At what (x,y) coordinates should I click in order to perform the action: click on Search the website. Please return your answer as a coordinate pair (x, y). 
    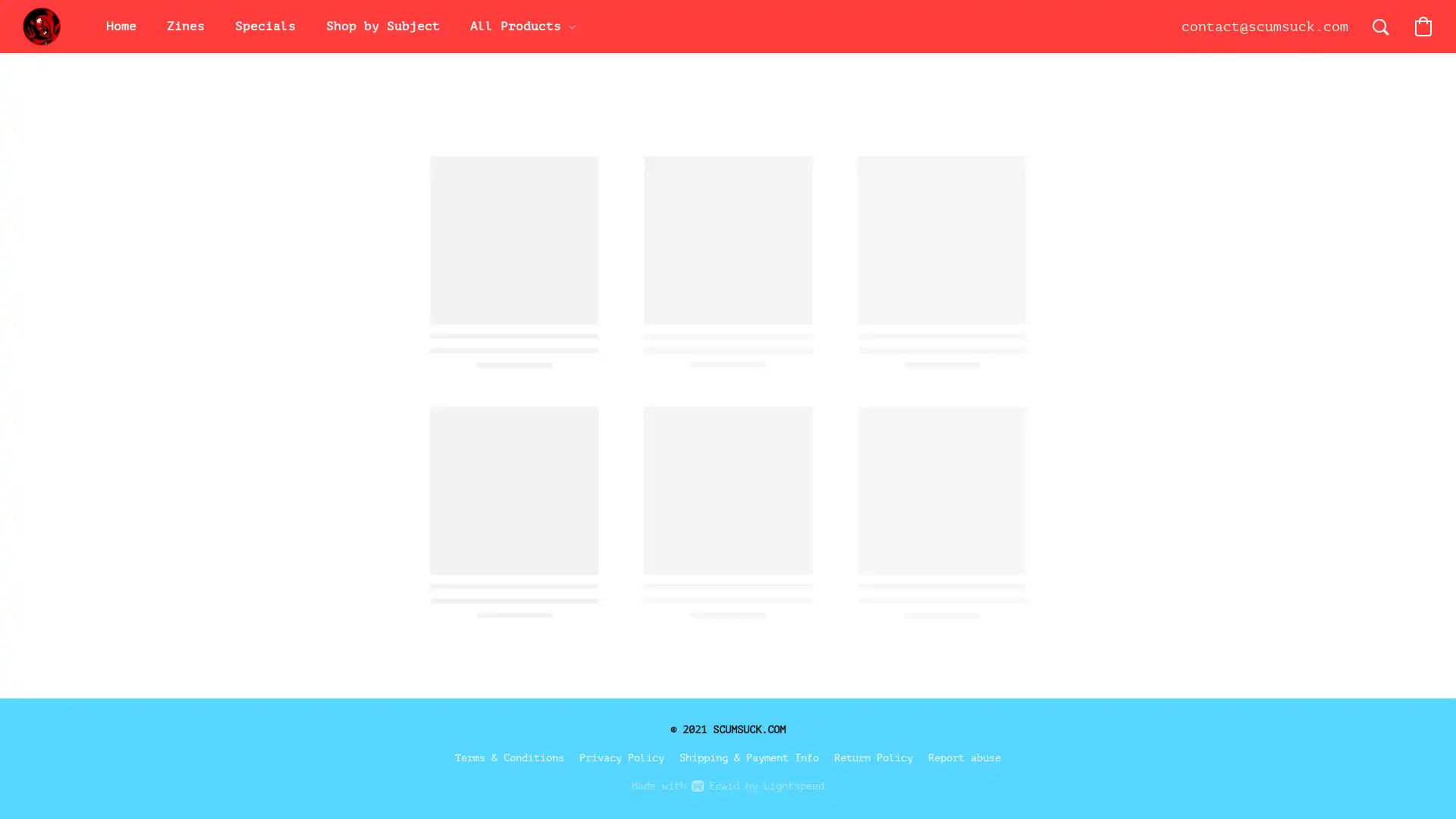
    Looking at the image, I should click on (1380, 26).